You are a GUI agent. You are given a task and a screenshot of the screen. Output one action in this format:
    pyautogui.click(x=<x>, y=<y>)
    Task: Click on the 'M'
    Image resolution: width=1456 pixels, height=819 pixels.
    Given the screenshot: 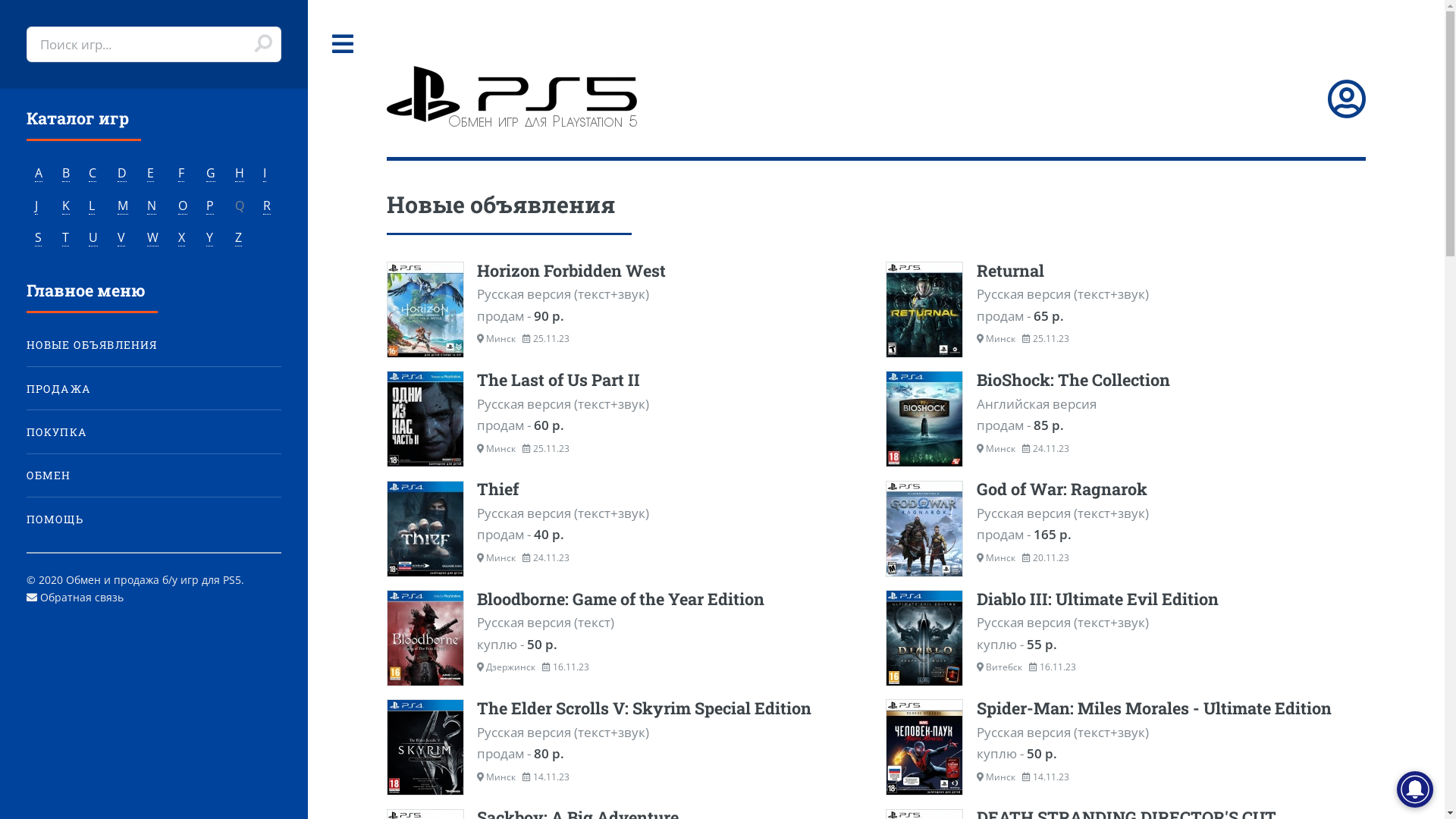 What is the action you would take?
    pyautogui.click(x=116, y=206)
    